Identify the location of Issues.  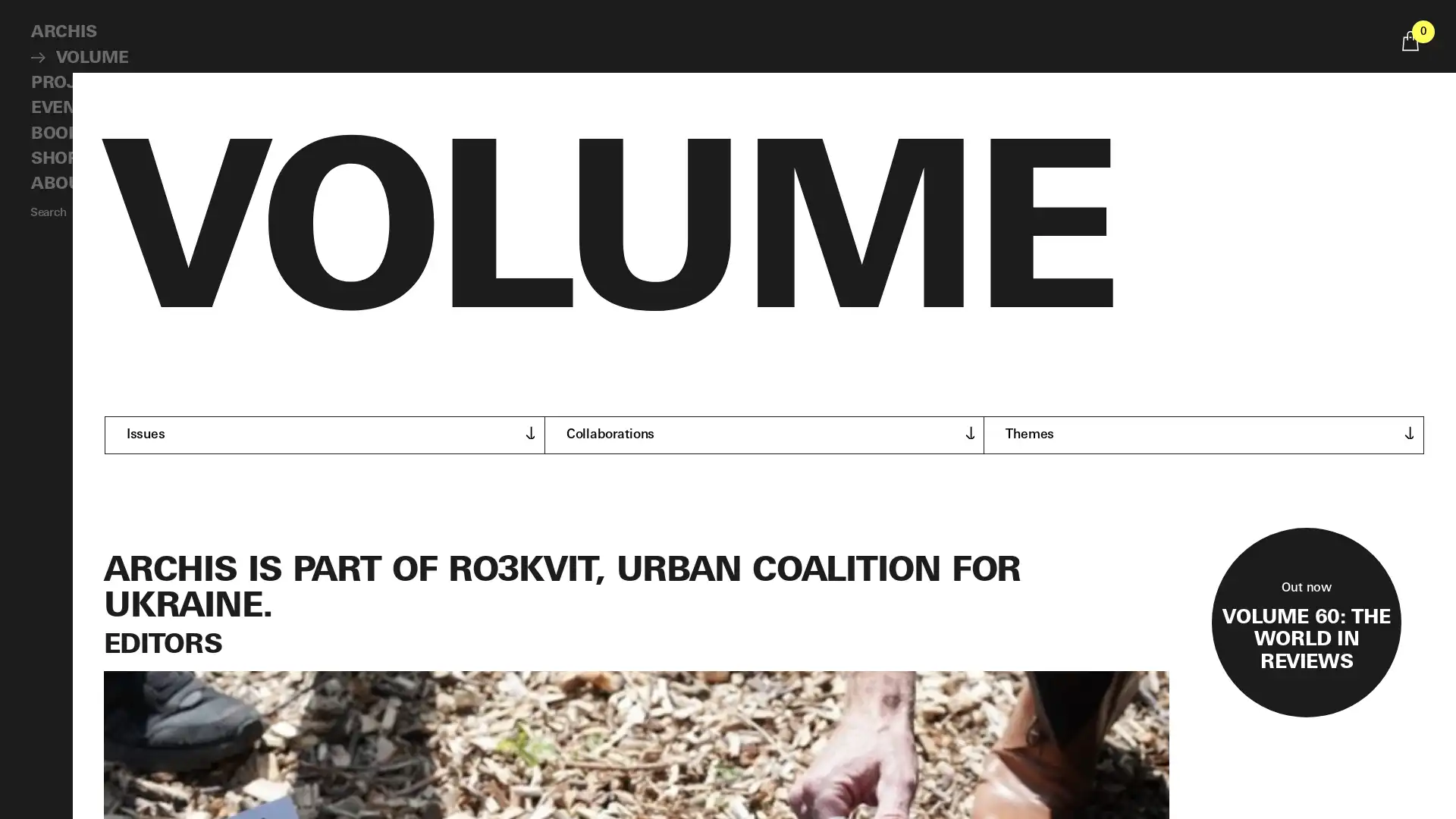
(145, 435).